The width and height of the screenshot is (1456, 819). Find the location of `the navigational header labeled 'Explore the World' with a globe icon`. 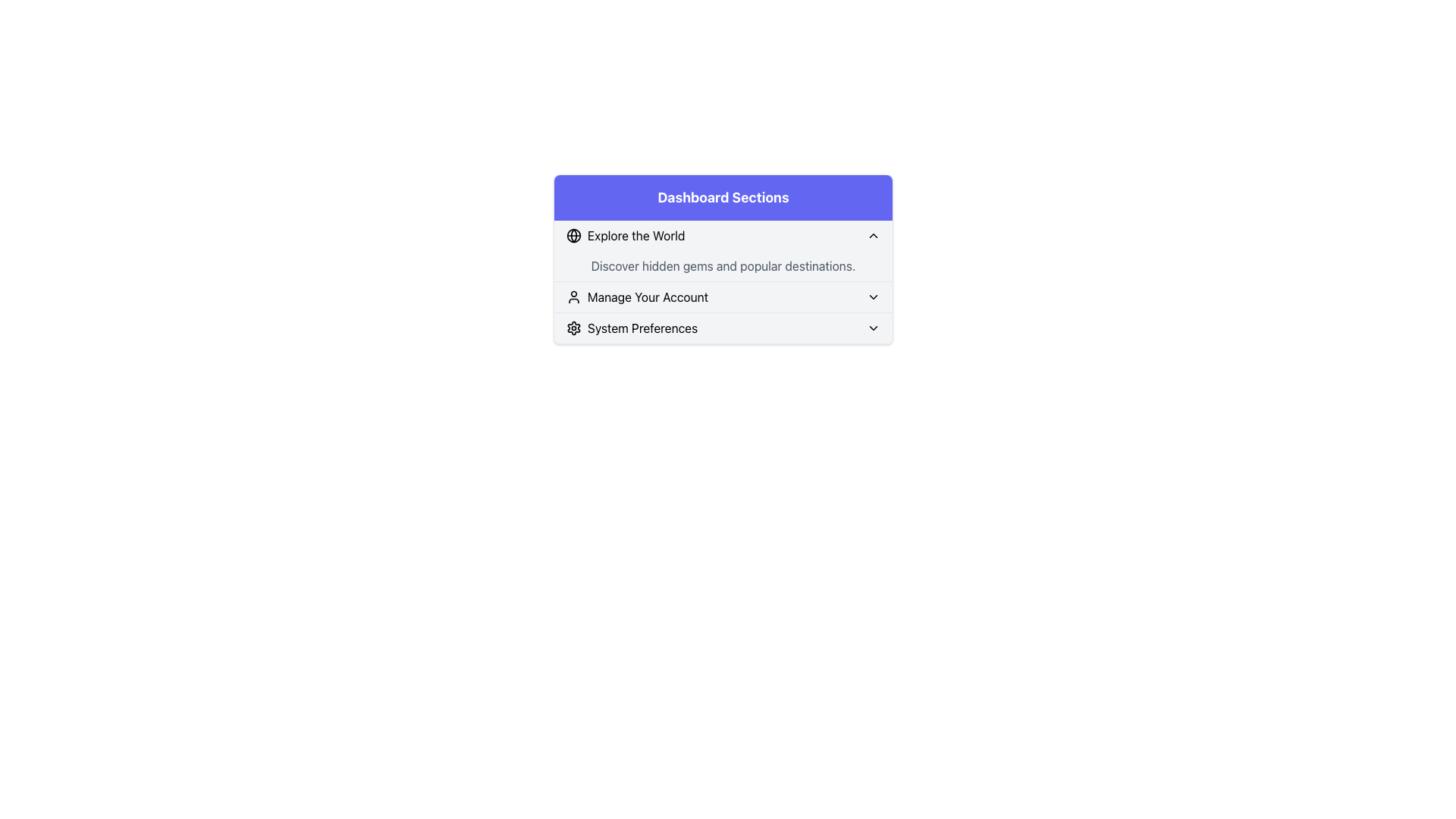

the navigational header labeled 'Explore the World' with a globe icon is located at coordinates (626, 236).